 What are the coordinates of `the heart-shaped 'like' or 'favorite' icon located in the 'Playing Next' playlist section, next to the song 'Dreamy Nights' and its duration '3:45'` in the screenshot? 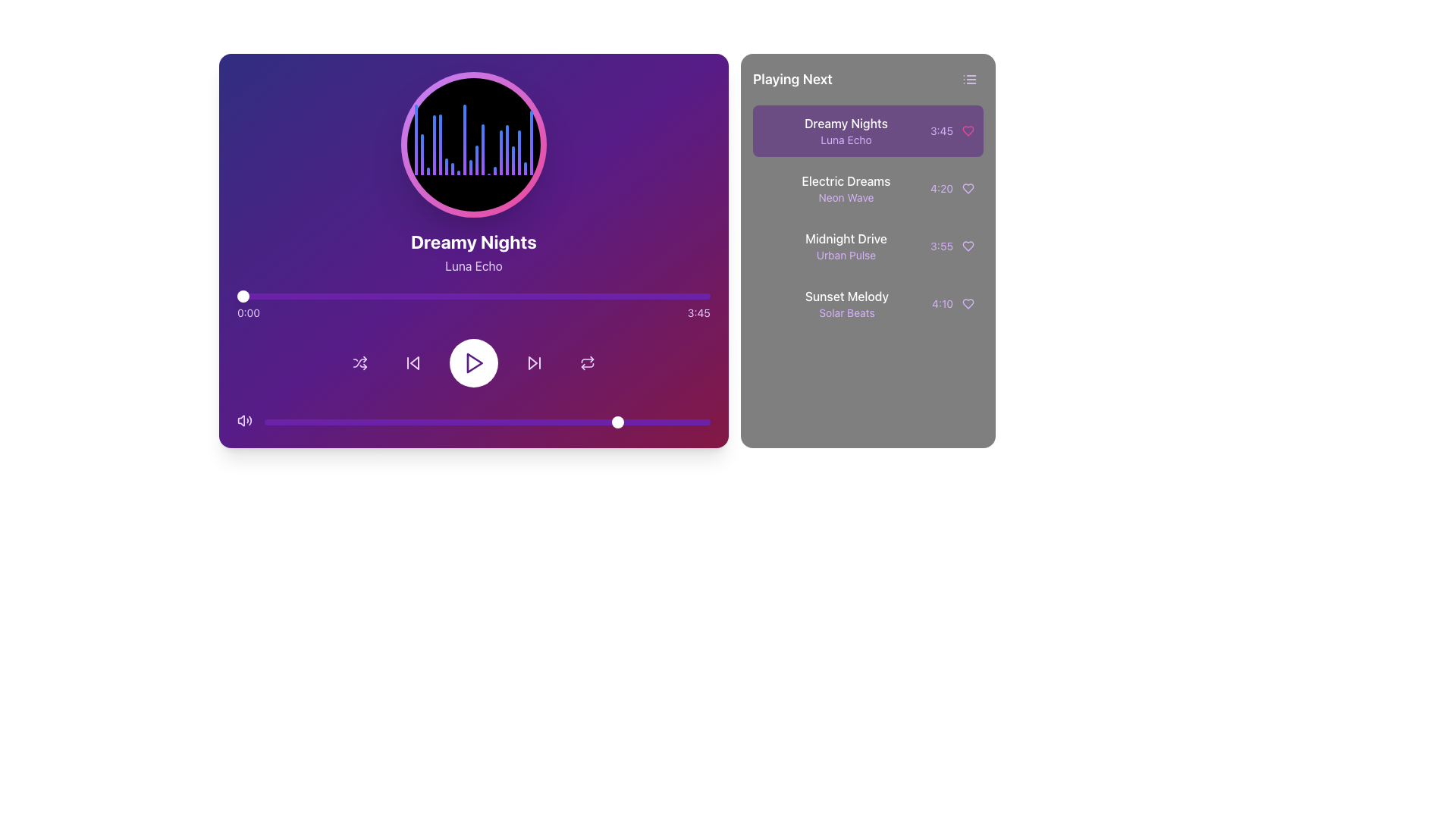 It's located at (967, 130).